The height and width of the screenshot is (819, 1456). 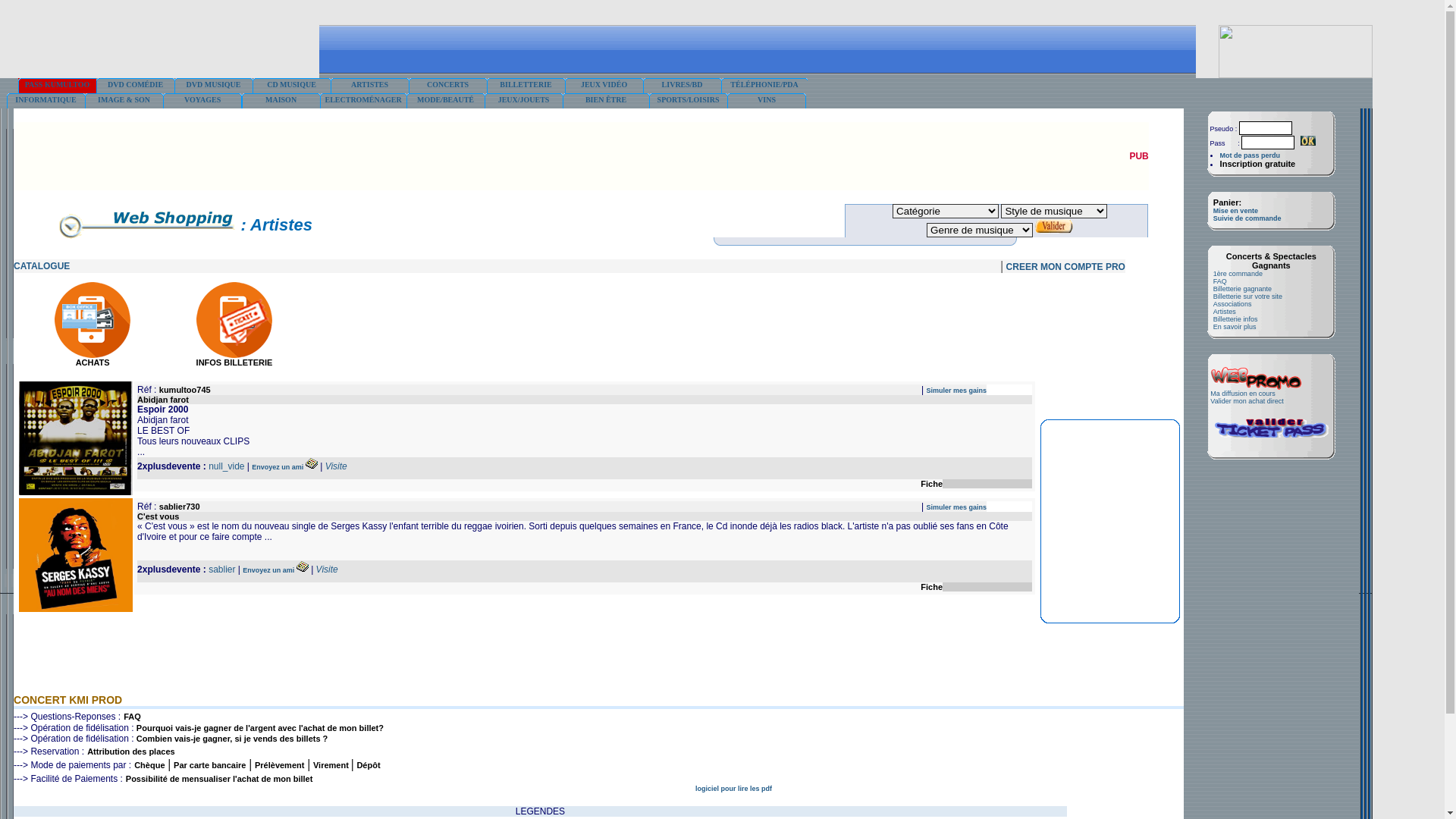 I want to click on 'ARTISTES', so click(x=369, y=85).